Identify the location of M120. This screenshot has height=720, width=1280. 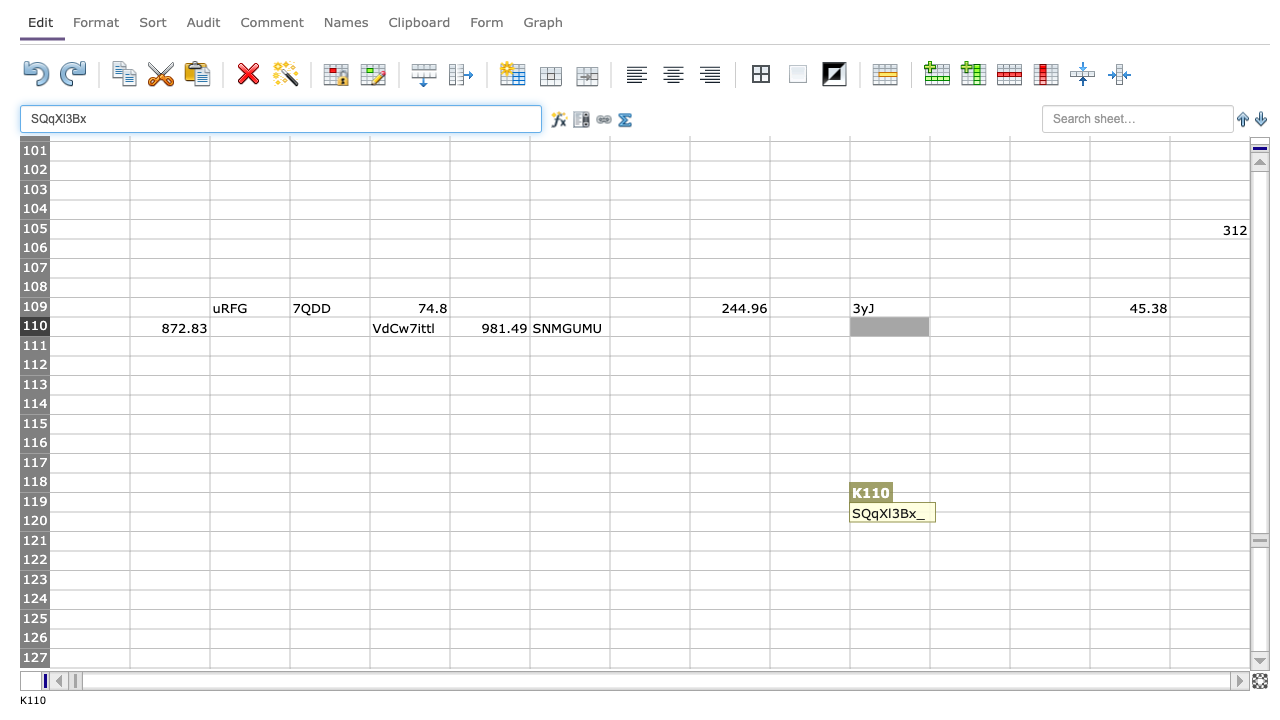
(1048, 520).